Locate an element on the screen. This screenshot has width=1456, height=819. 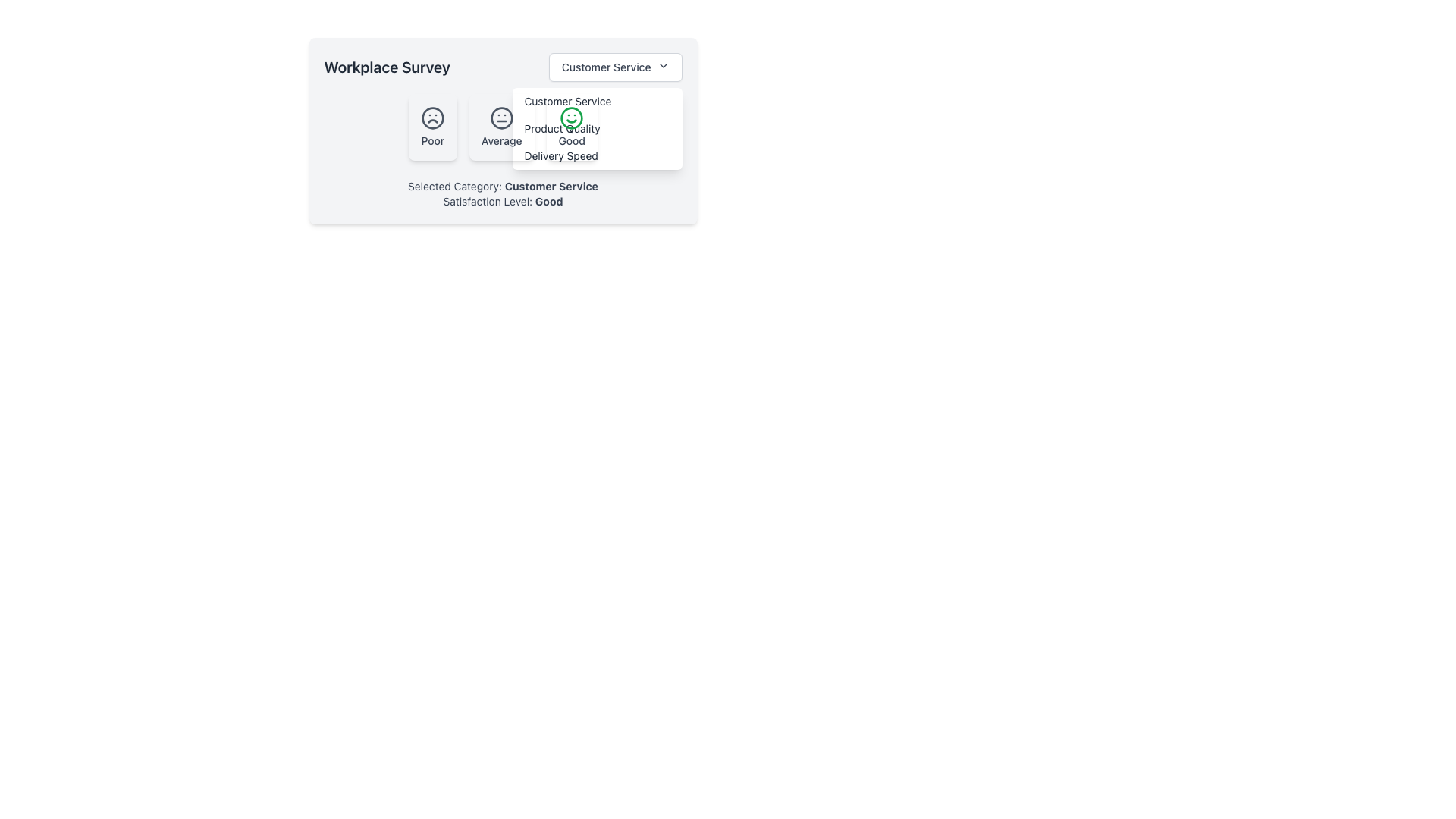
static text label indicating the user's satisfaction level, which displays 'Good'. This label is located near the top center of the interface, directly below the 'Selected Category: Customer Service' text is located at coordinates (503, 201).